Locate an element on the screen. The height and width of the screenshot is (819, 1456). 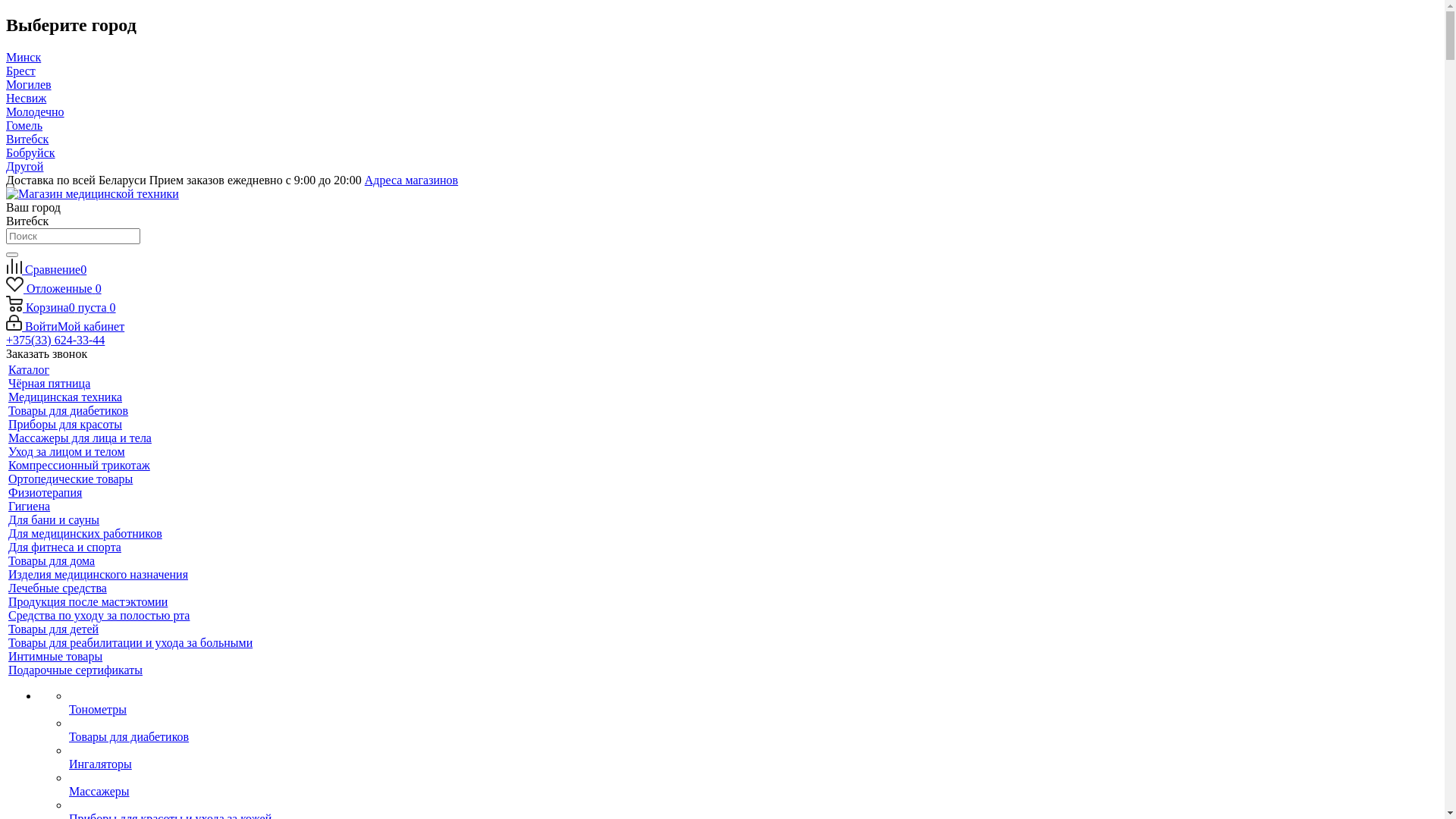
'+375(33) 624-33-44' is located at coordinates (6, 339).